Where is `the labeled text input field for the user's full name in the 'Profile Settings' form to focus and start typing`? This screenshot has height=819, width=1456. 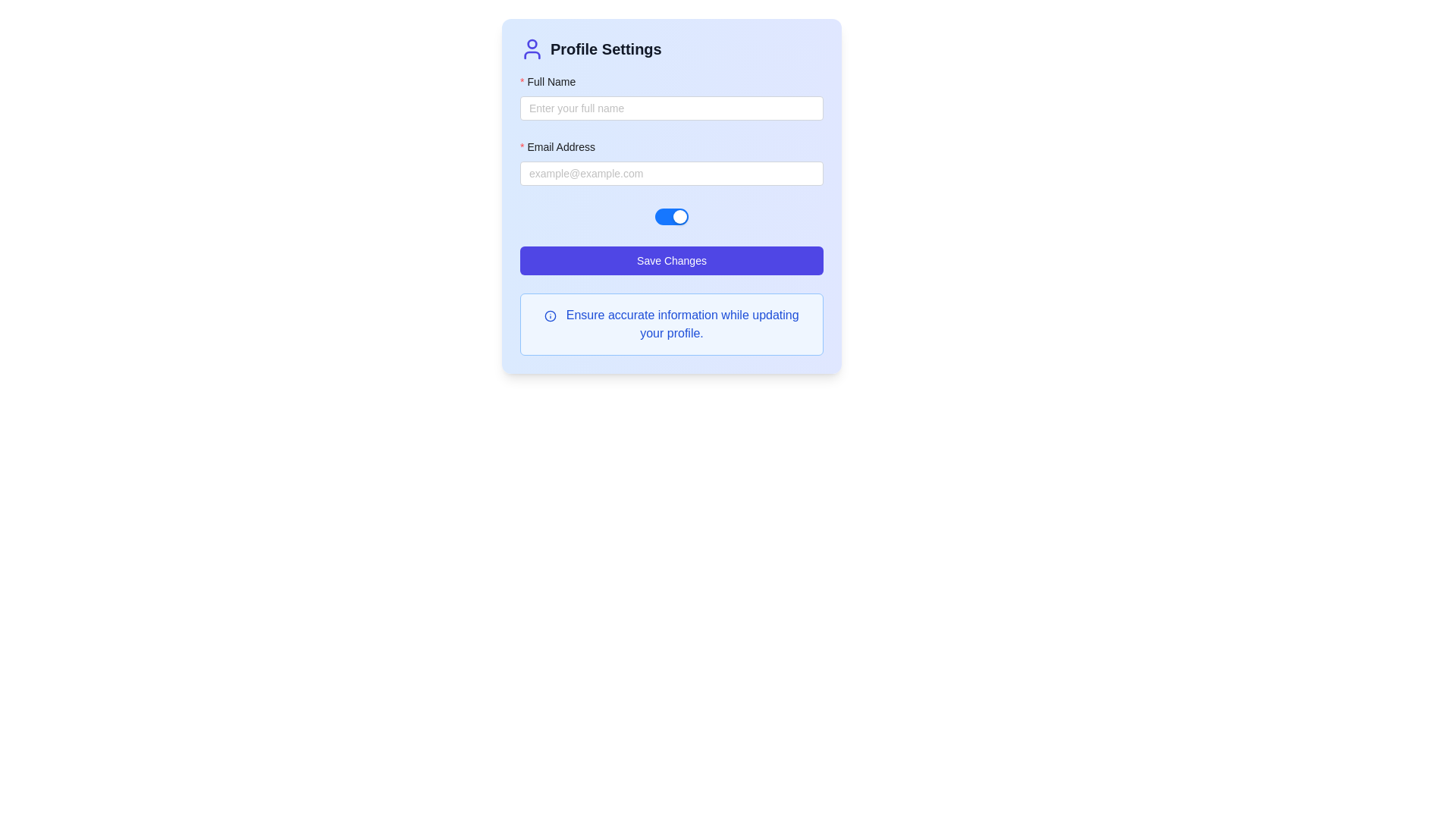
the labeled text input field for the user's full name in the 'Profile Settings' form to focus and start typing is located at coordinates (671, 96).